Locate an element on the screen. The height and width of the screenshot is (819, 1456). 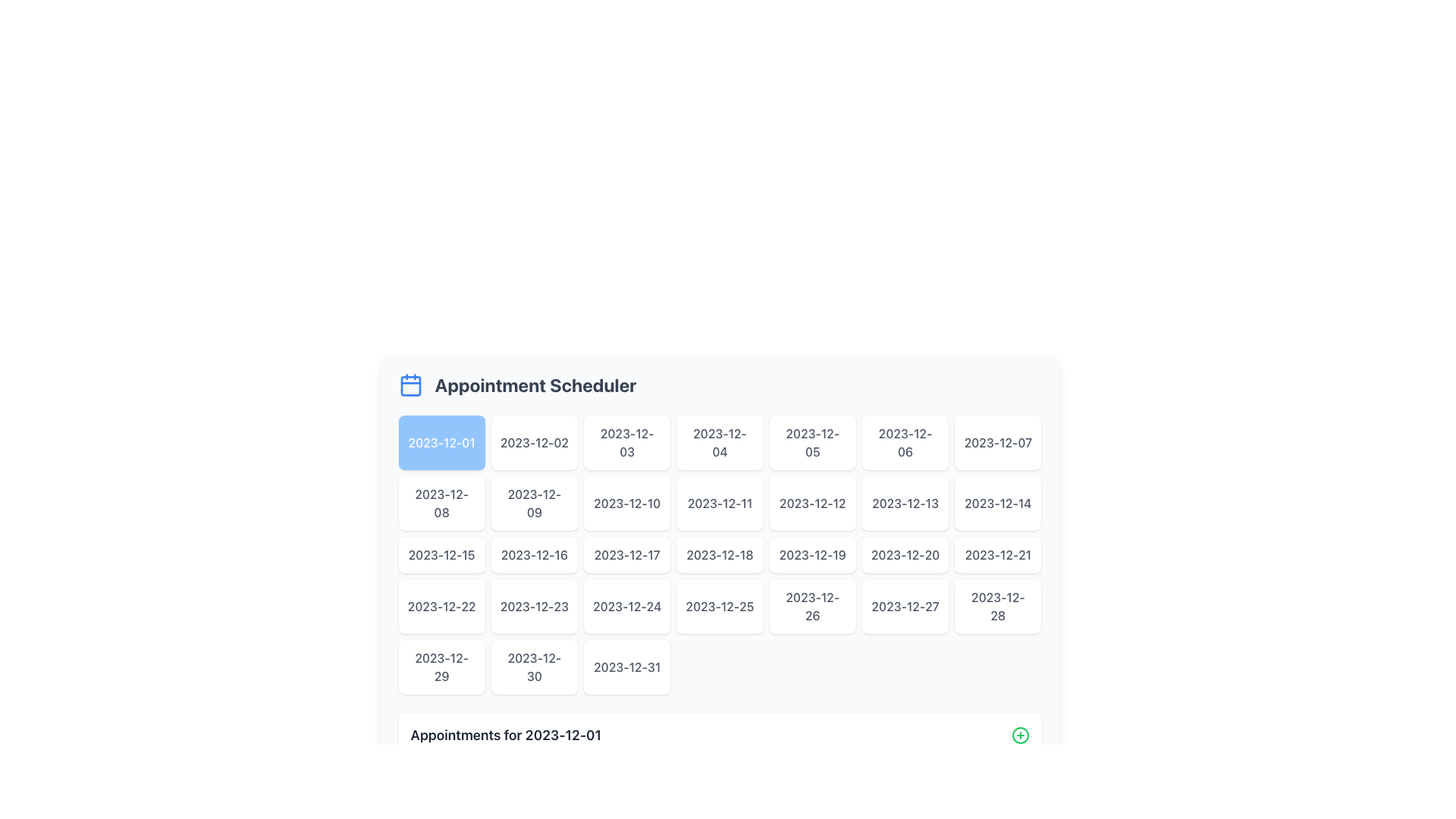
the selectable date button representing the 19th date in the calendar interface is located at coordinates (811, 555).